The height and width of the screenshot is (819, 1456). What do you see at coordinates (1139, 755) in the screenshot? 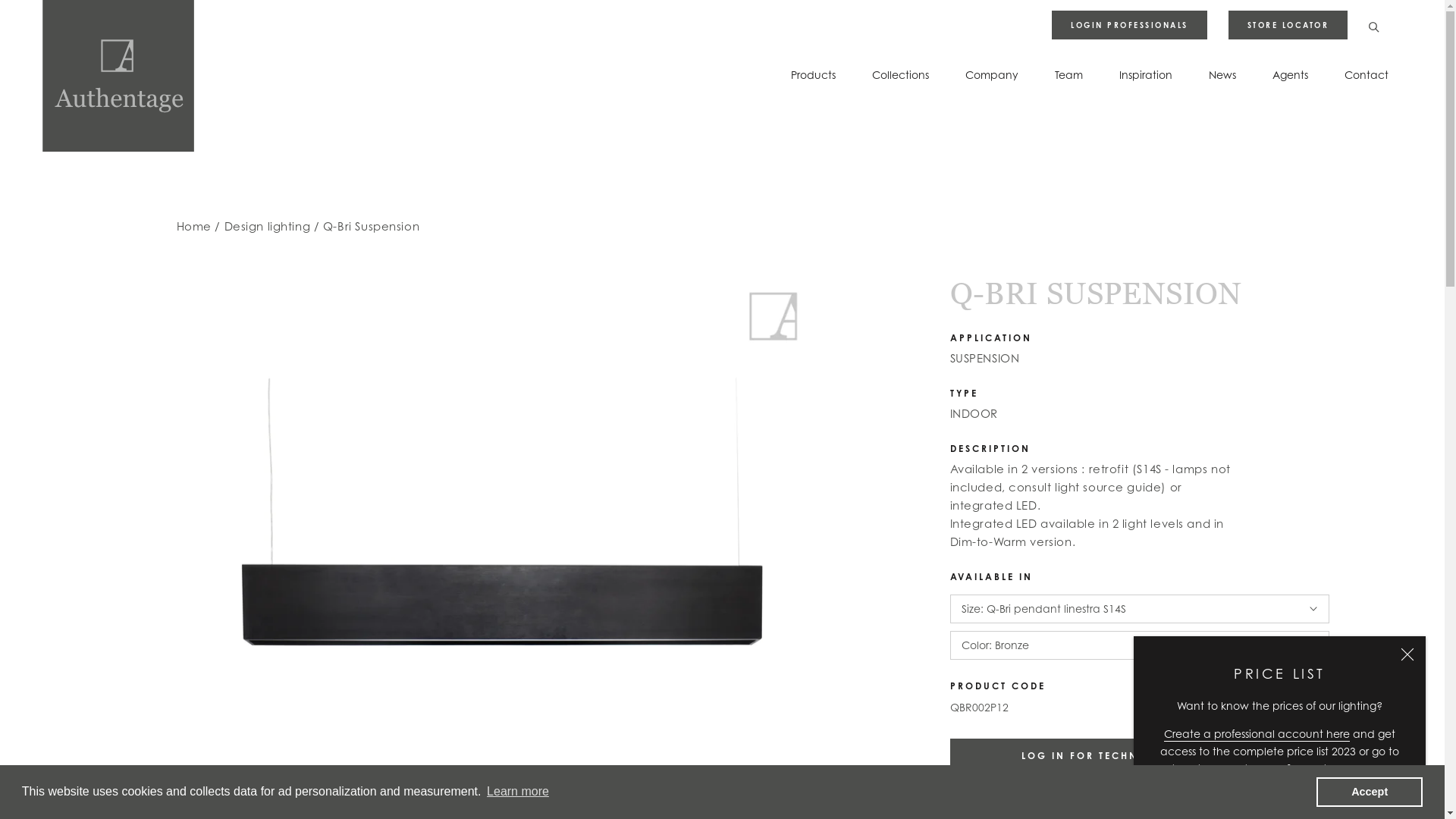
I see `'LOG IN FOR TECHNICAL INFORMATION'` at bounding box center [1139, 755].